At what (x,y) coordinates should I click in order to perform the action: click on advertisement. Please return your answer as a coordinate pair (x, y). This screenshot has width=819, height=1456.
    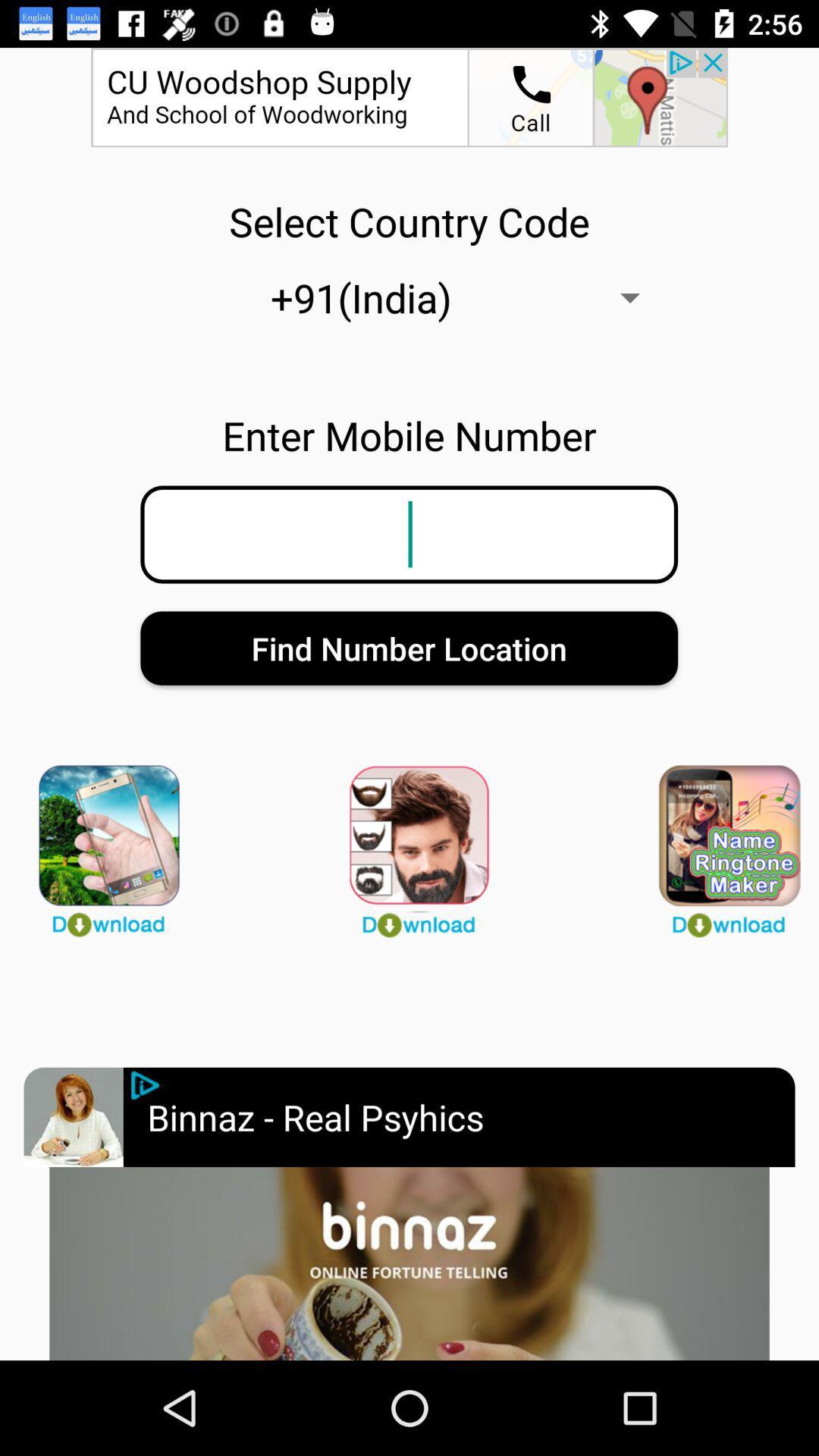
    Looking at the image, I should click on (74, 1117).